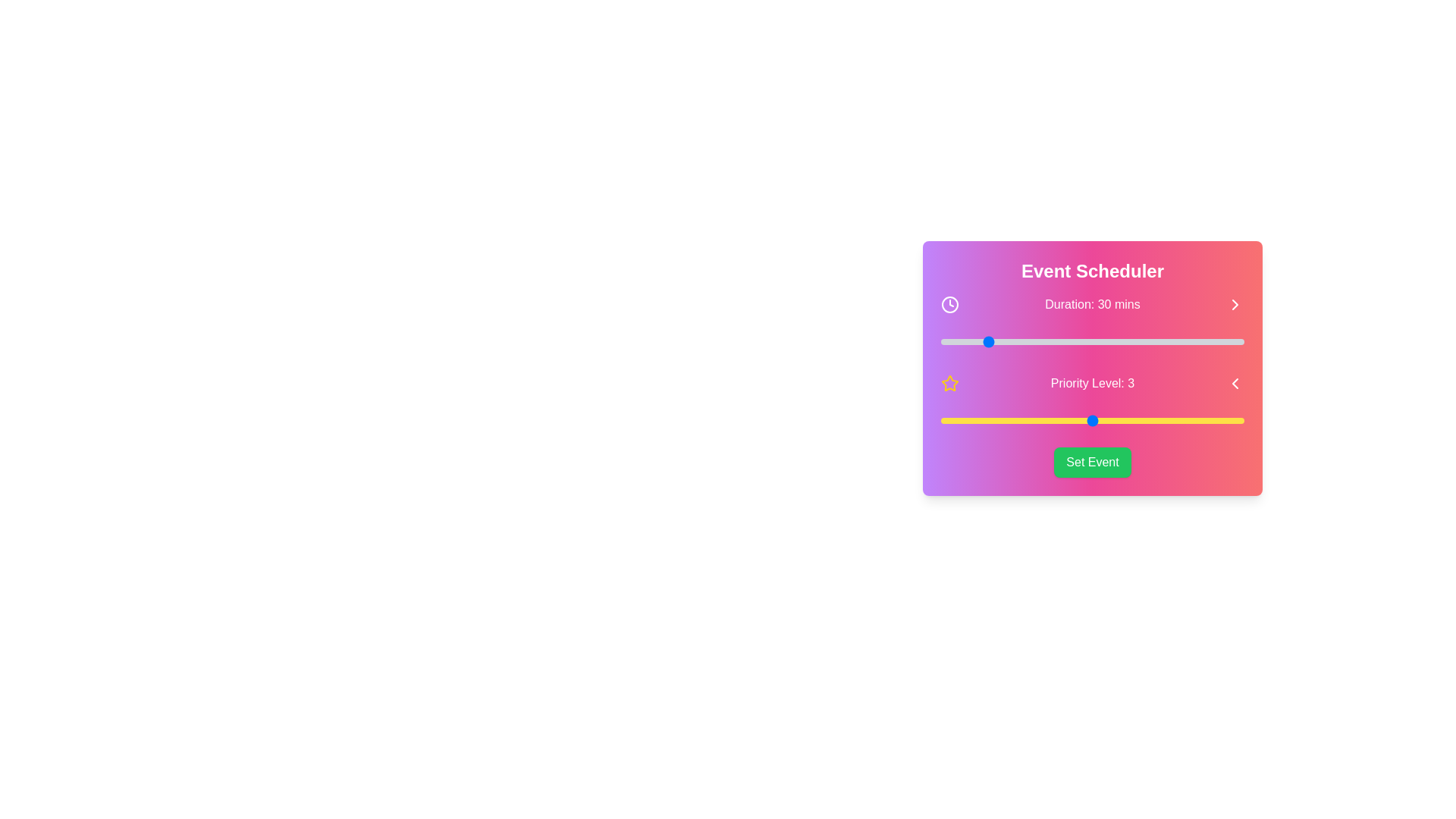 The width and height of the screenshot is (1456, 819). What do you see at coordinates (1016, 421) in the screenshot?
I see `priority level` at bounding box center [1016, 421].